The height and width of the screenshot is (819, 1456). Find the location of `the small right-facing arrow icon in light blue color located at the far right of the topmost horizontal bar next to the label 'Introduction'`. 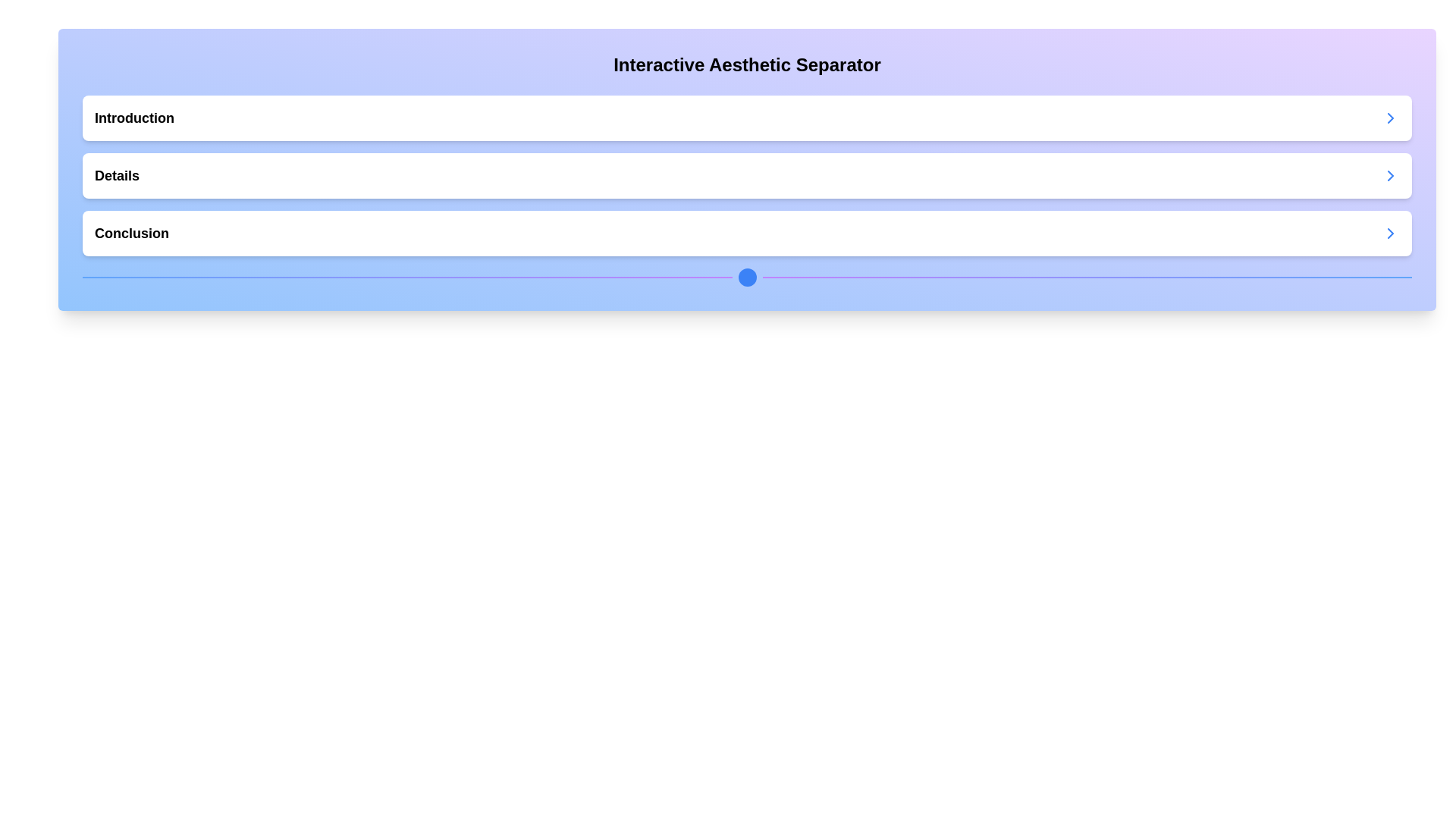

the small right-facing arrow icon in light blue color located at the far right of the topmost horizontal bar next to the label 'Introduction' is located at coordinates (1390, 117).